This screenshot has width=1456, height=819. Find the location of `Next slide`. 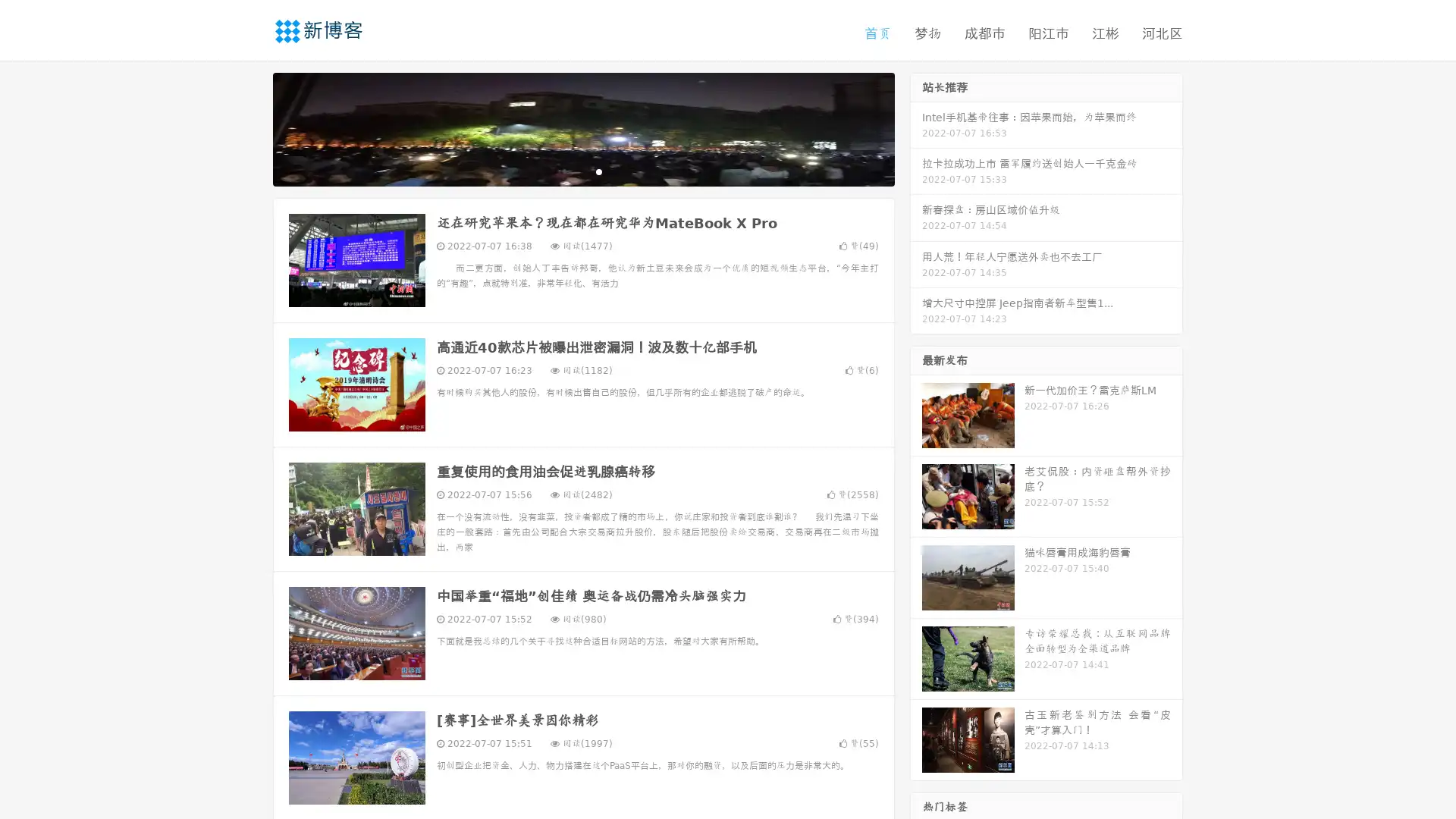

Next slide is located at coordinates (916, 127).